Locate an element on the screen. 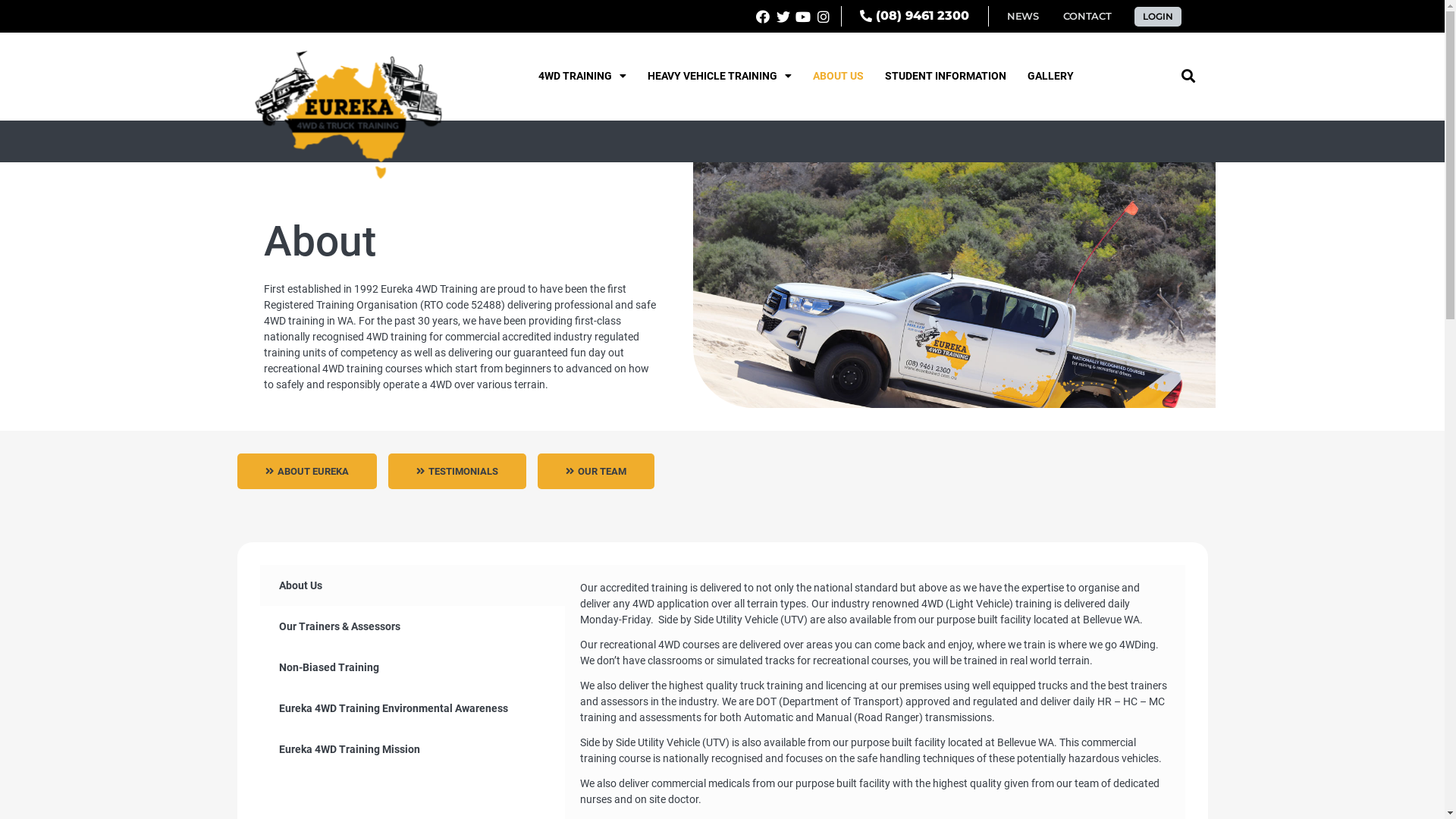 Image resolution: width=1456 pixels, height=819 pixels. 'HEAVY VEHICLE TRAINING' is located at coordinates (719, 76).